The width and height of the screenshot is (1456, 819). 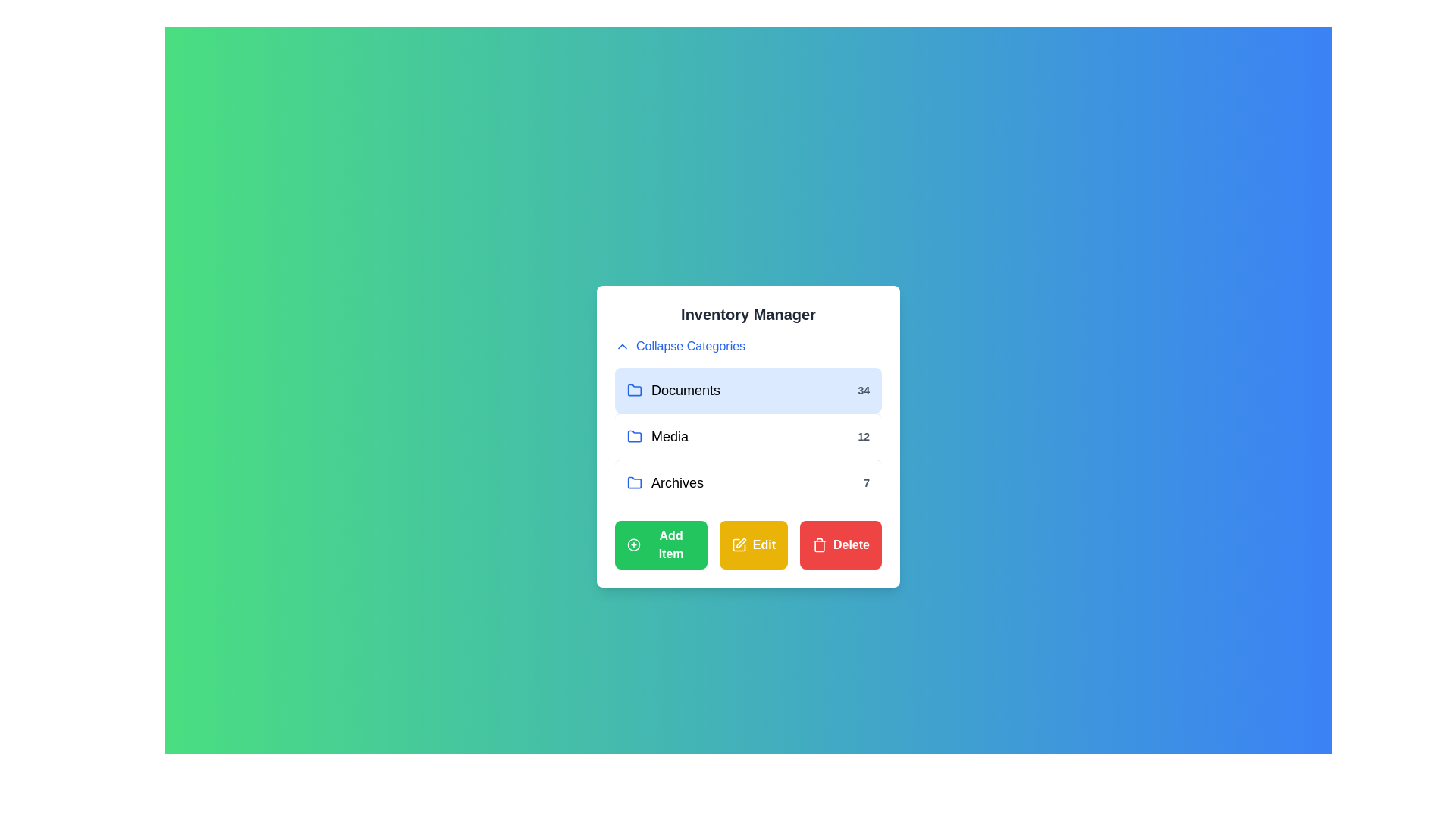 What do you see at coordinates (748, 314) in the screenshot?
I see `the title 'Inventory Manager' to interact with it` at bounding box center [748, 314].